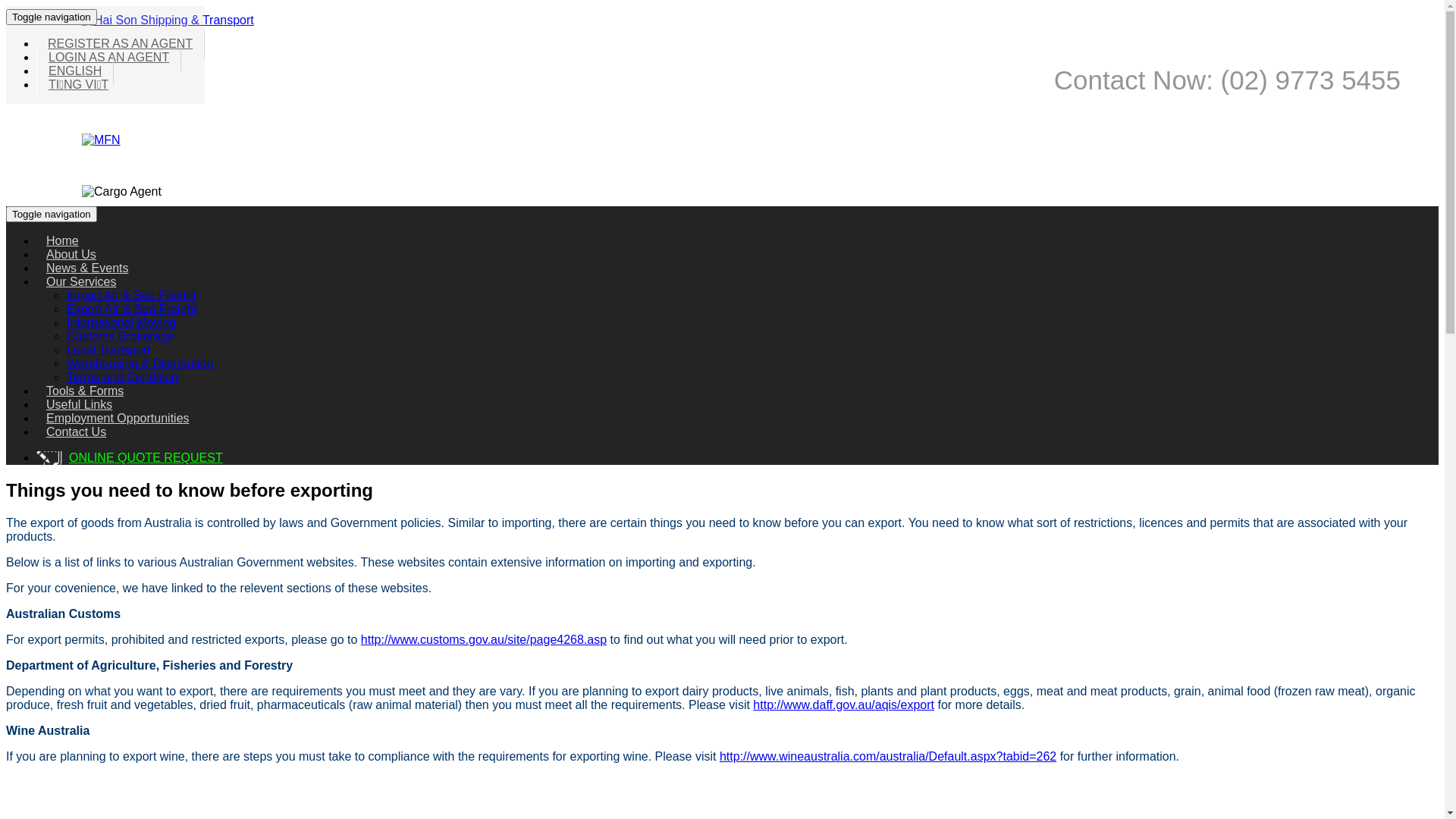  I want to click on 'MFN', so click(100, 140).